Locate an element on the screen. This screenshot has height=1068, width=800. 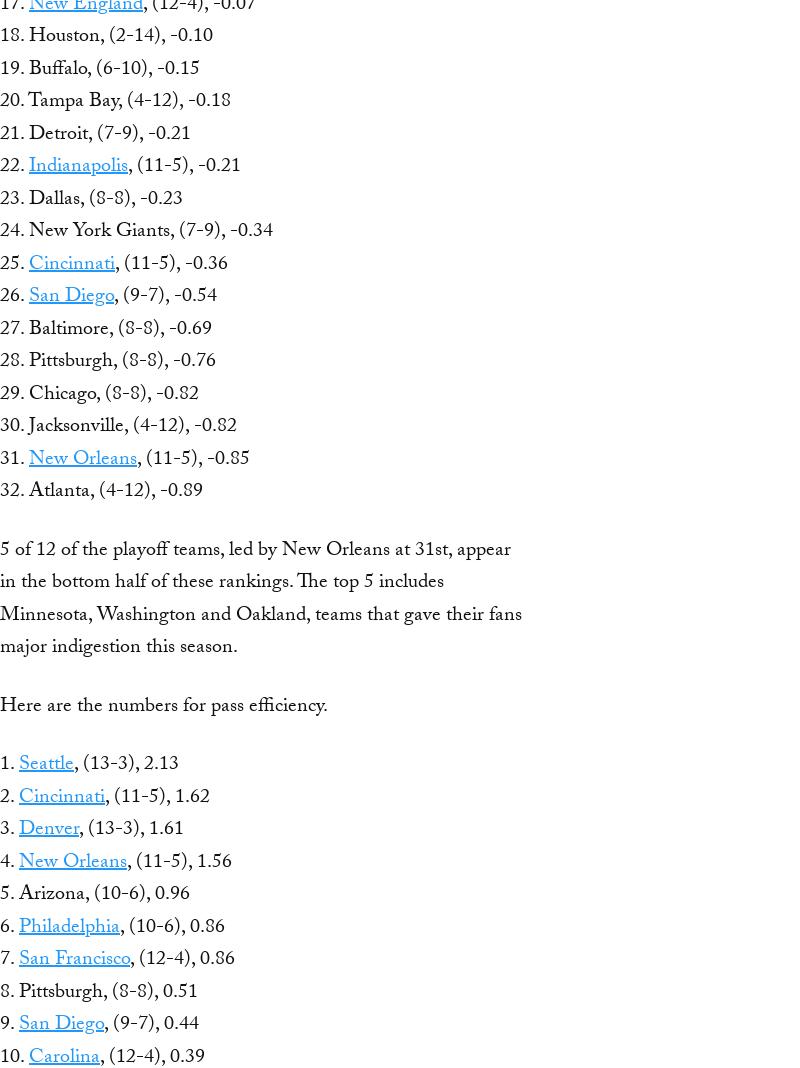
'32. Atlanta, (4-12), -0.89' is located at coordinates (100, 492).